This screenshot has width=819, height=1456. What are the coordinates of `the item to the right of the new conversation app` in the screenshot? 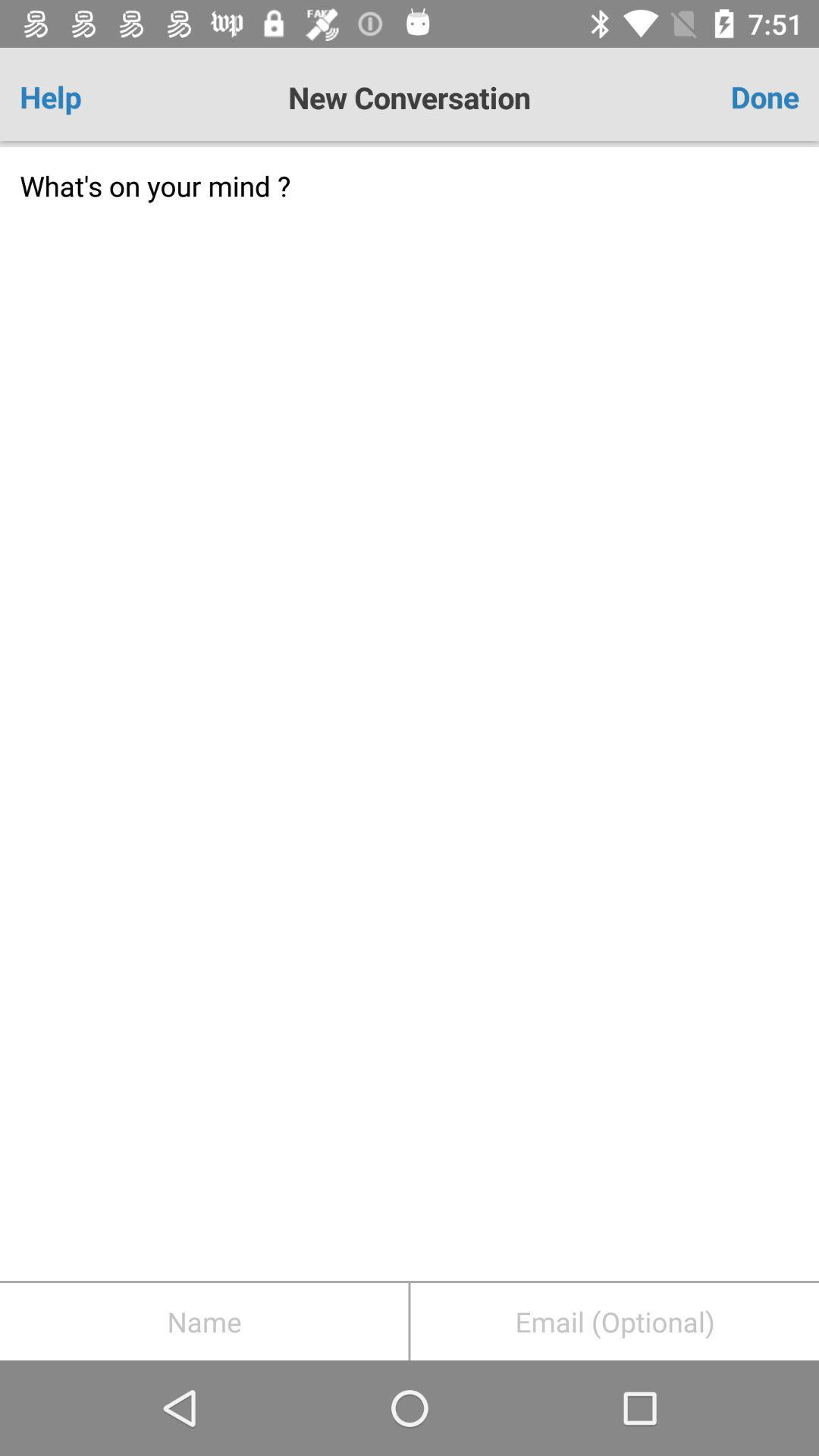 It's located at (734, 96).